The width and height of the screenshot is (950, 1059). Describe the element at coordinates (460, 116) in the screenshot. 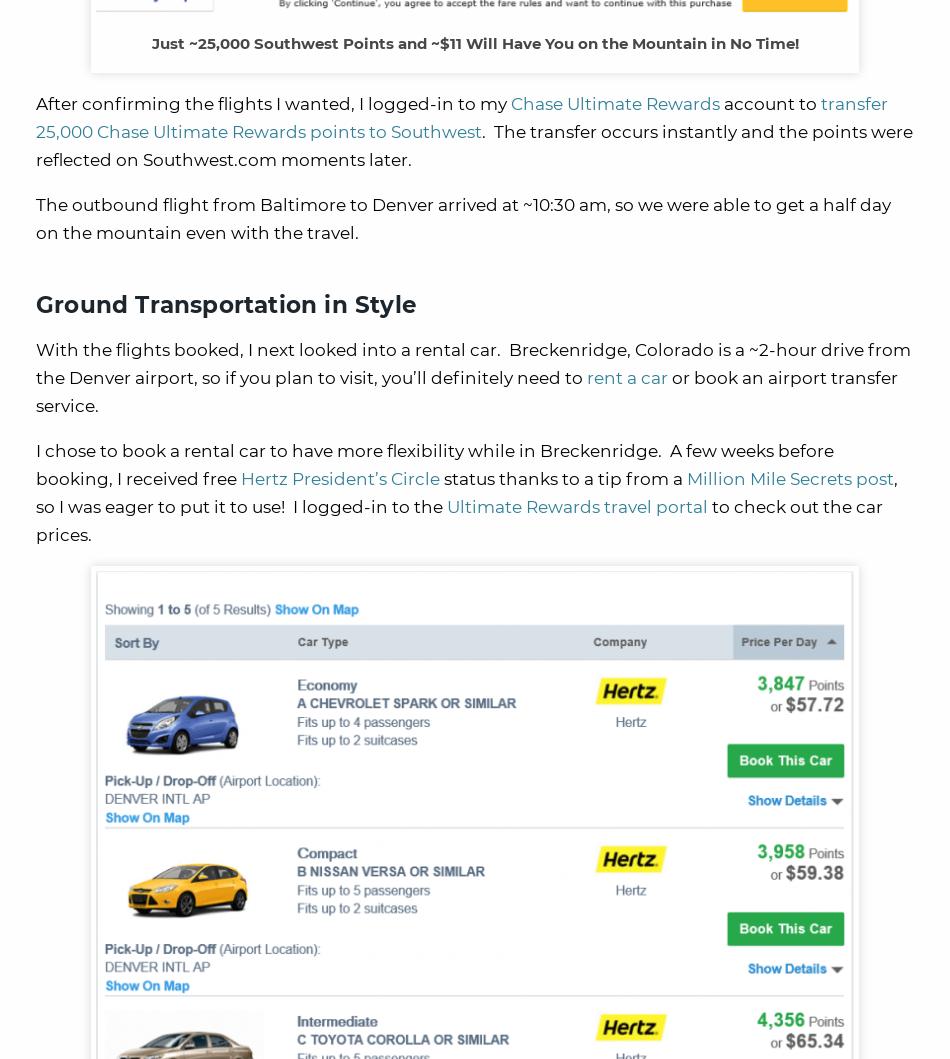

I see `'transfer 25,000 Chase Ultimate Rewards points to Southwest'` at that location.